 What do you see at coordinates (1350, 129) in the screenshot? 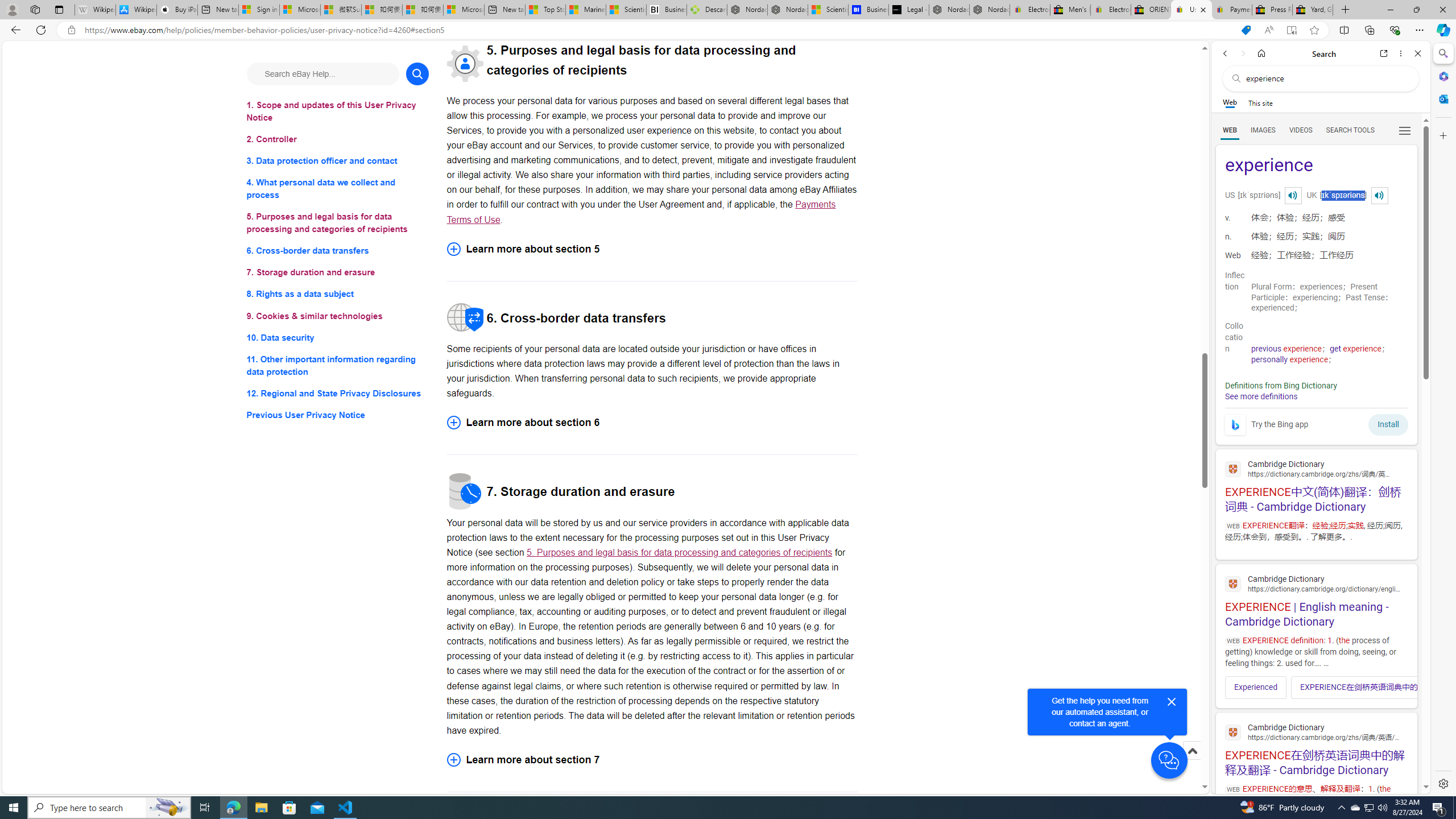
I see `'Search Filter, Search Tools'` at bounding box center [1350, 129].